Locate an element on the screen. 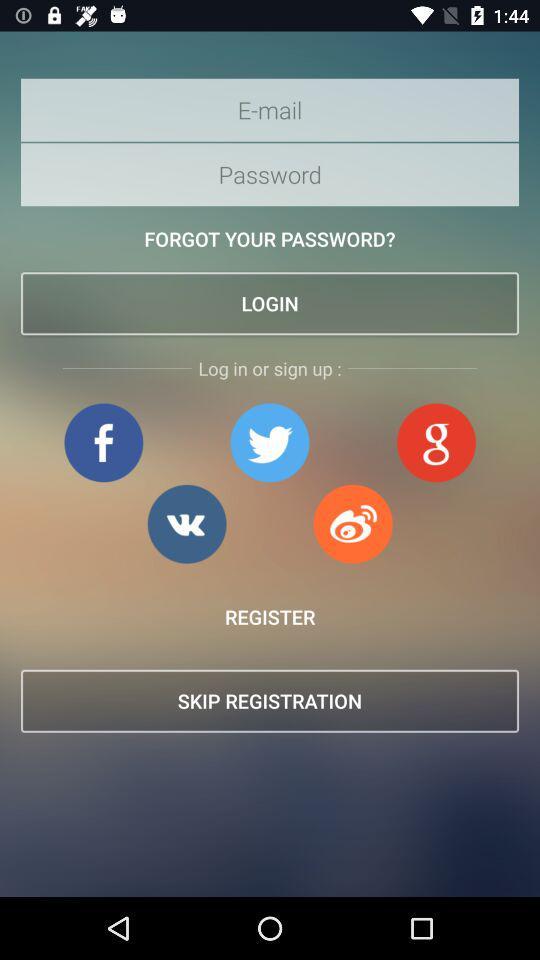 The width and height of the screenshot is (540, 960). login with google is located at coordinates (435, 442).